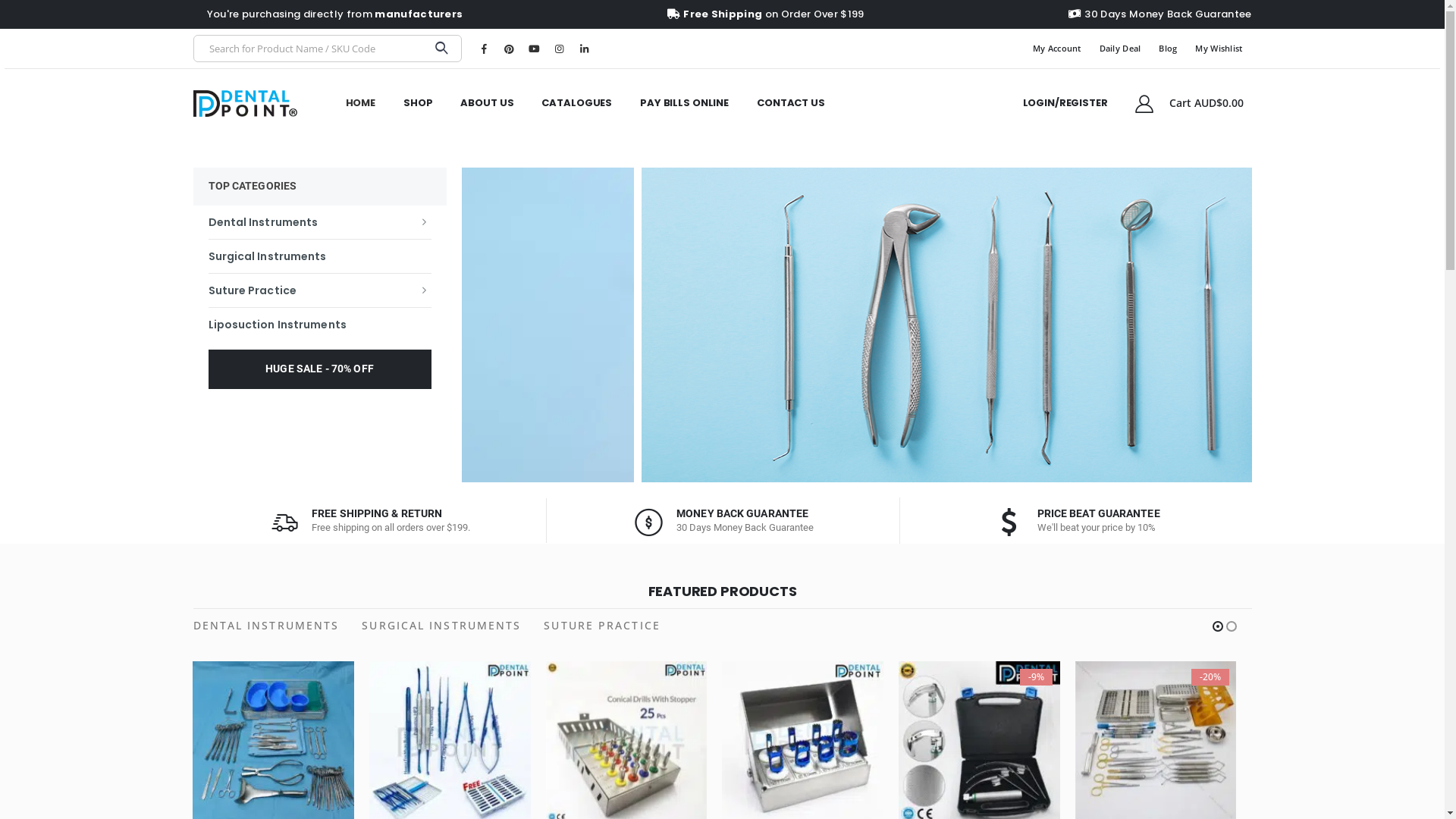 The height and width of the screenshot is (819, 1456). Describe the element at coordinates (1120, 48) in the screenshot. I see `'Daily Deal'` at that location.